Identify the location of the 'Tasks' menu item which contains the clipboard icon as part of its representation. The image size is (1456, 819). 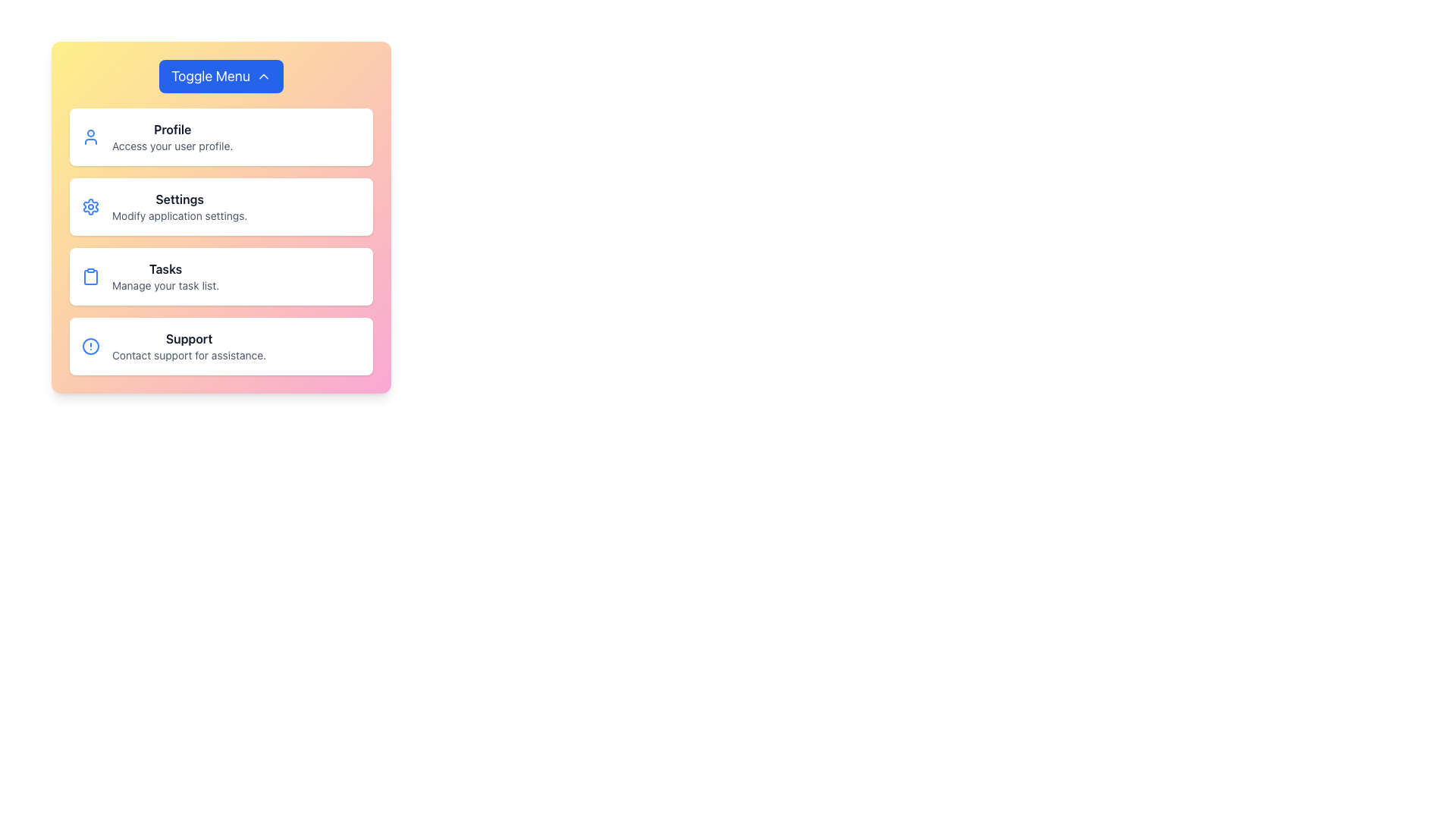
(90, 278).